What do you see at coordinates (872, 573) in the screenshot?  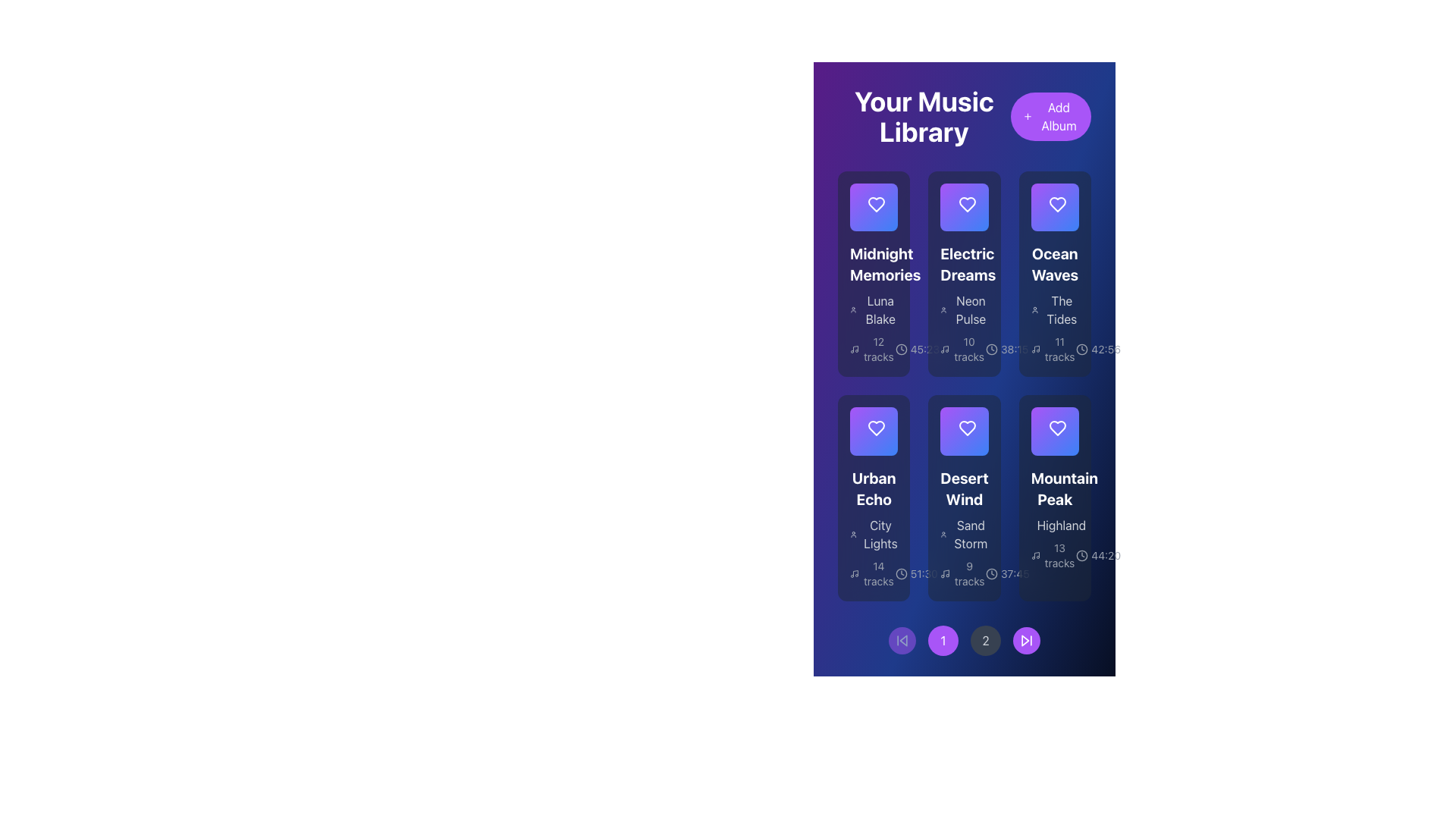 I see `the text displaying the number of tracks in the 'Urban Echo' album, located at the bottom-left corner of the 'Urban Echo' card, next to the duration text '51:30'` at bounding box center [872, 573].